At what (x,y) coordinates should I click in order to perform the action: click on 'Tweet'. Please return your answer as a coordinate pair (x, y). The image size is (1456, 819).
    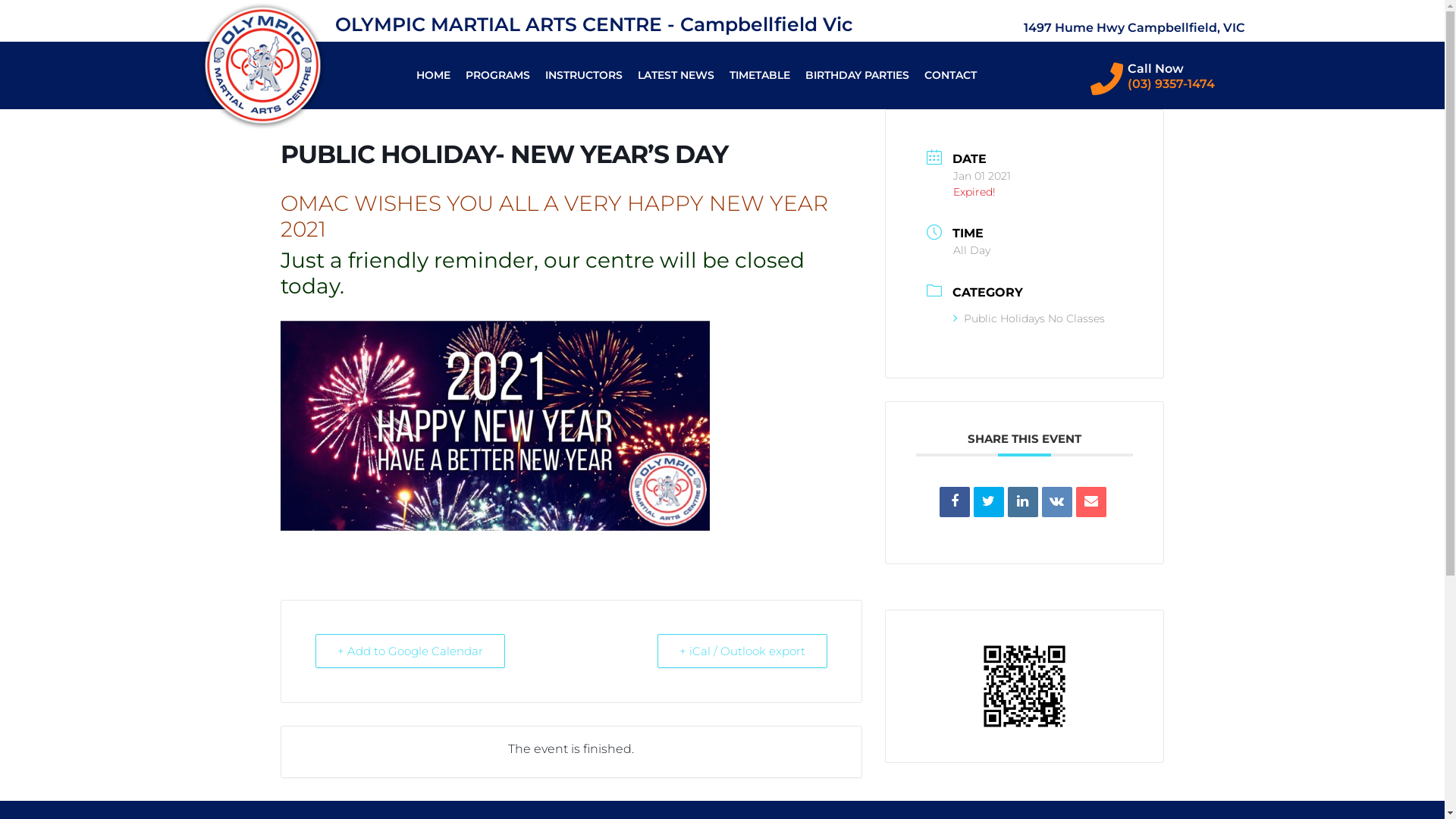
    Looking at the image, I should click on (989, 502).